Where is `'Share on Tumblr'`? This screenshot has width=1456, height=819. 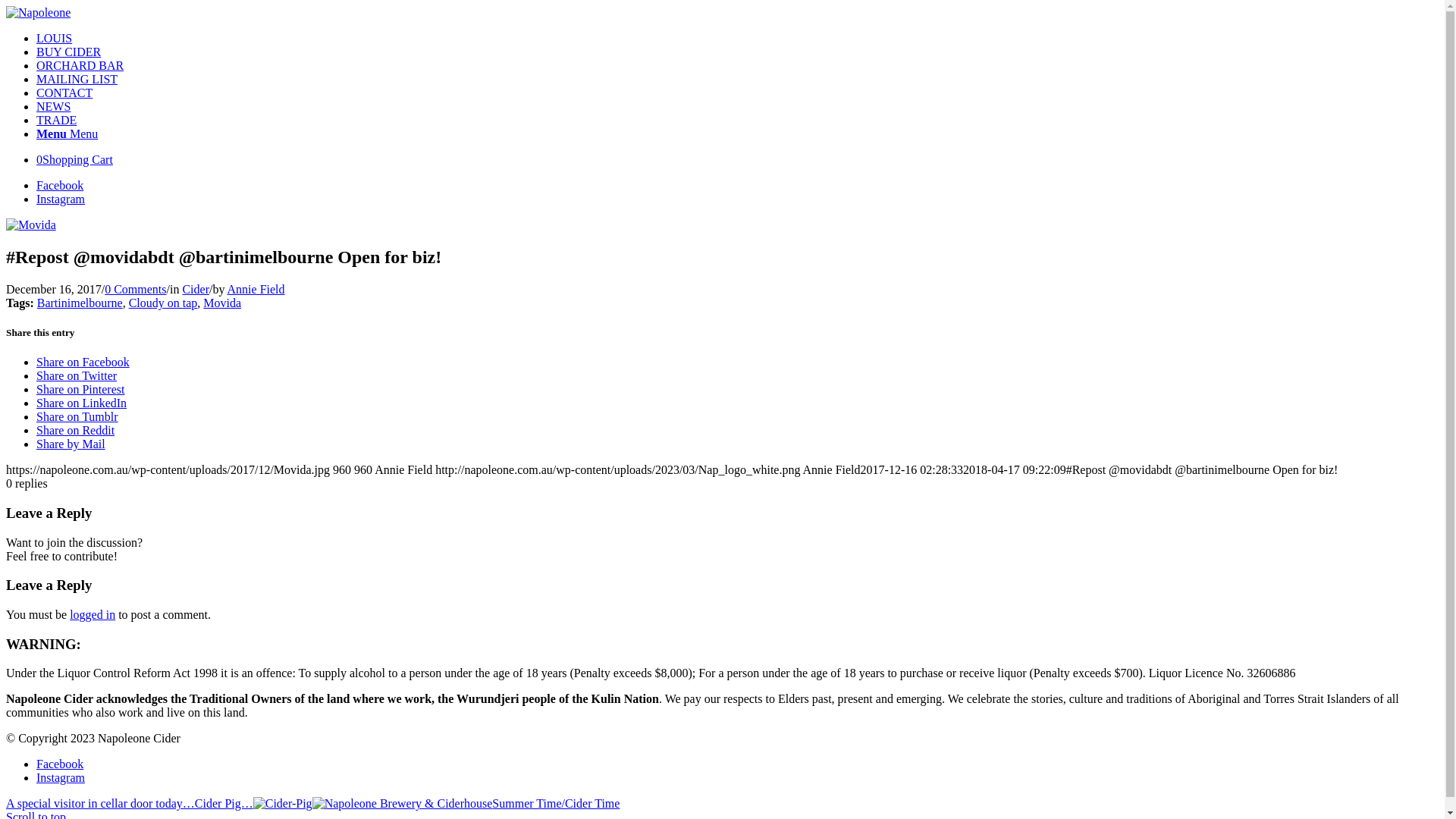
'Share on Tumblr' is located at coordinates (76, 416).